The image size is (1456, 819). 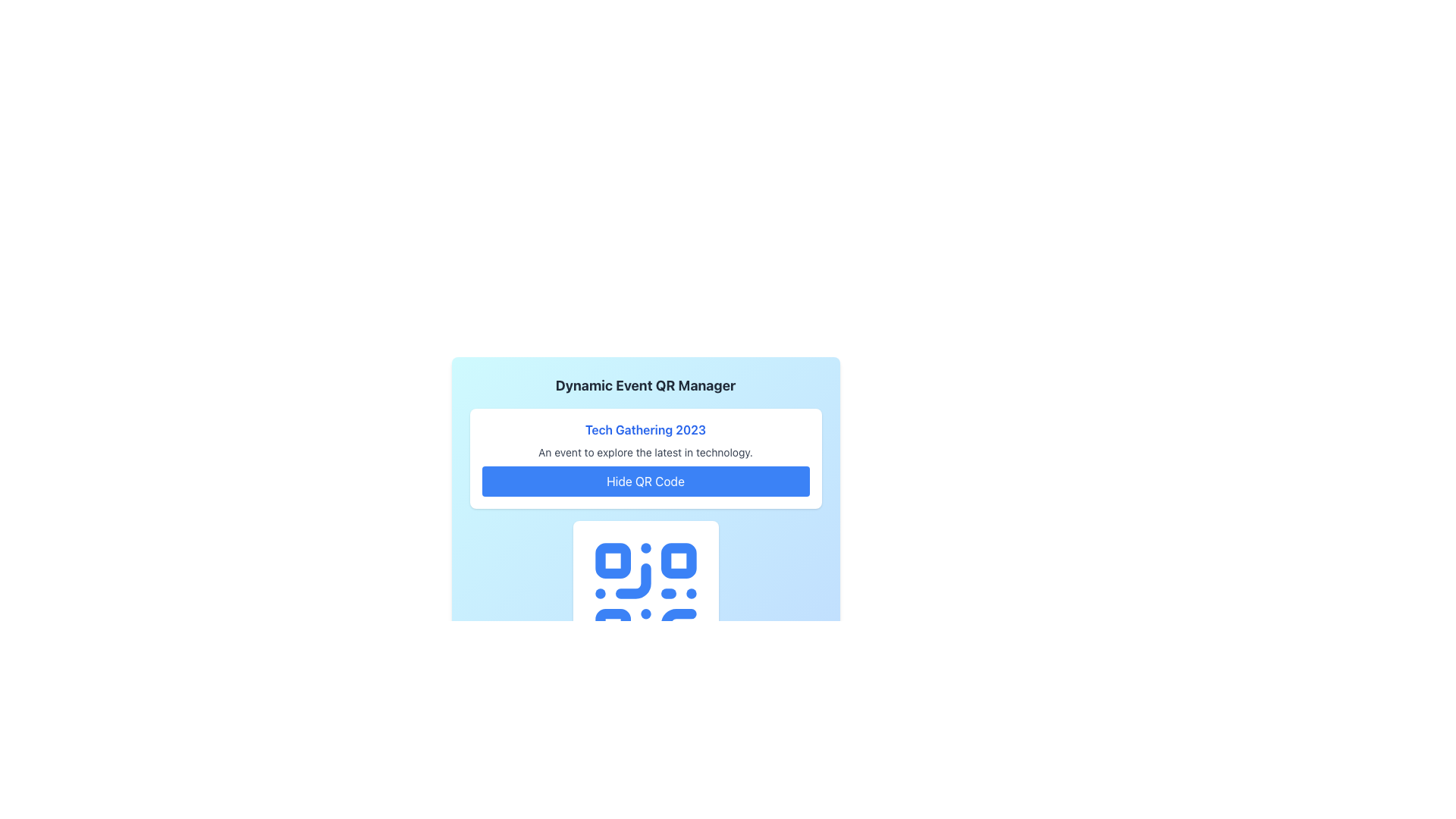 I want to click on the third square in the bottom-left cluster of the QR code graphic, which is part of the pattern for QR scanning, so click(x=613, y=626).